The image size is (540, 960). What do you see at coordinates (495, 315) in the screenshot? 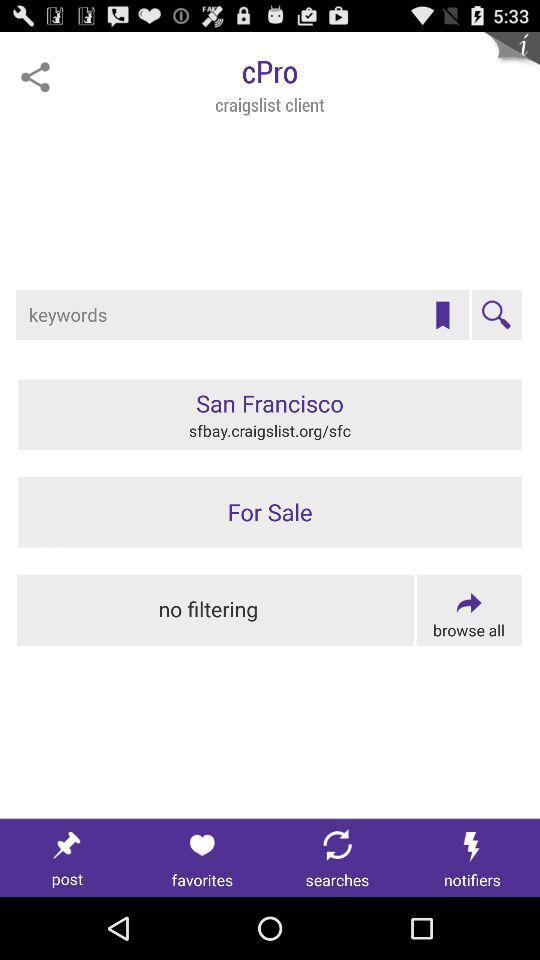
I see `the item below cpro item` at bounding box center [495, 315].